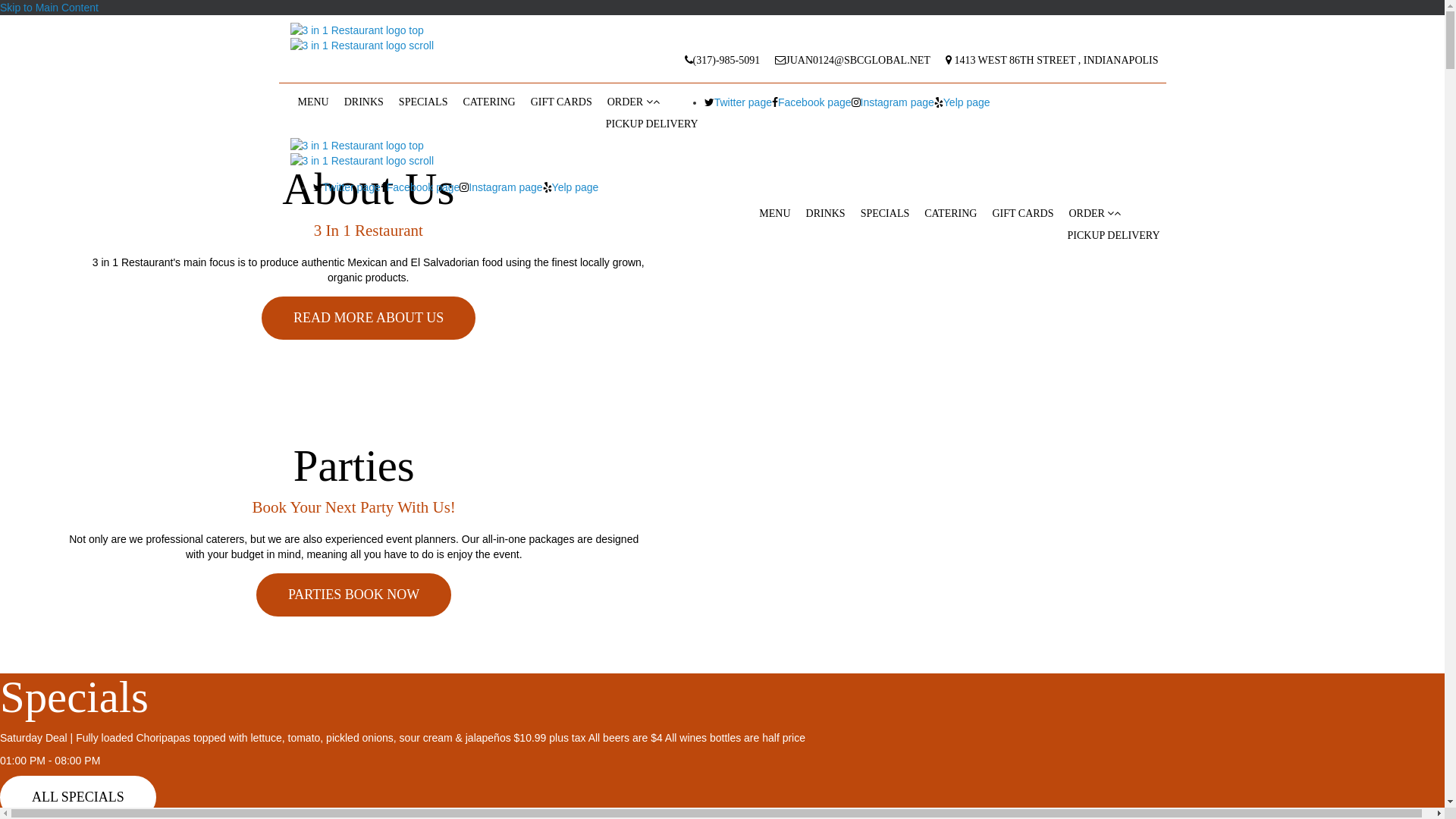 This screenshot has height=819, width=1456. What do you see at coordinates (1087, 235) in the screenshot?
I see `'PICKUP'` at bounding box center [1087, 235].